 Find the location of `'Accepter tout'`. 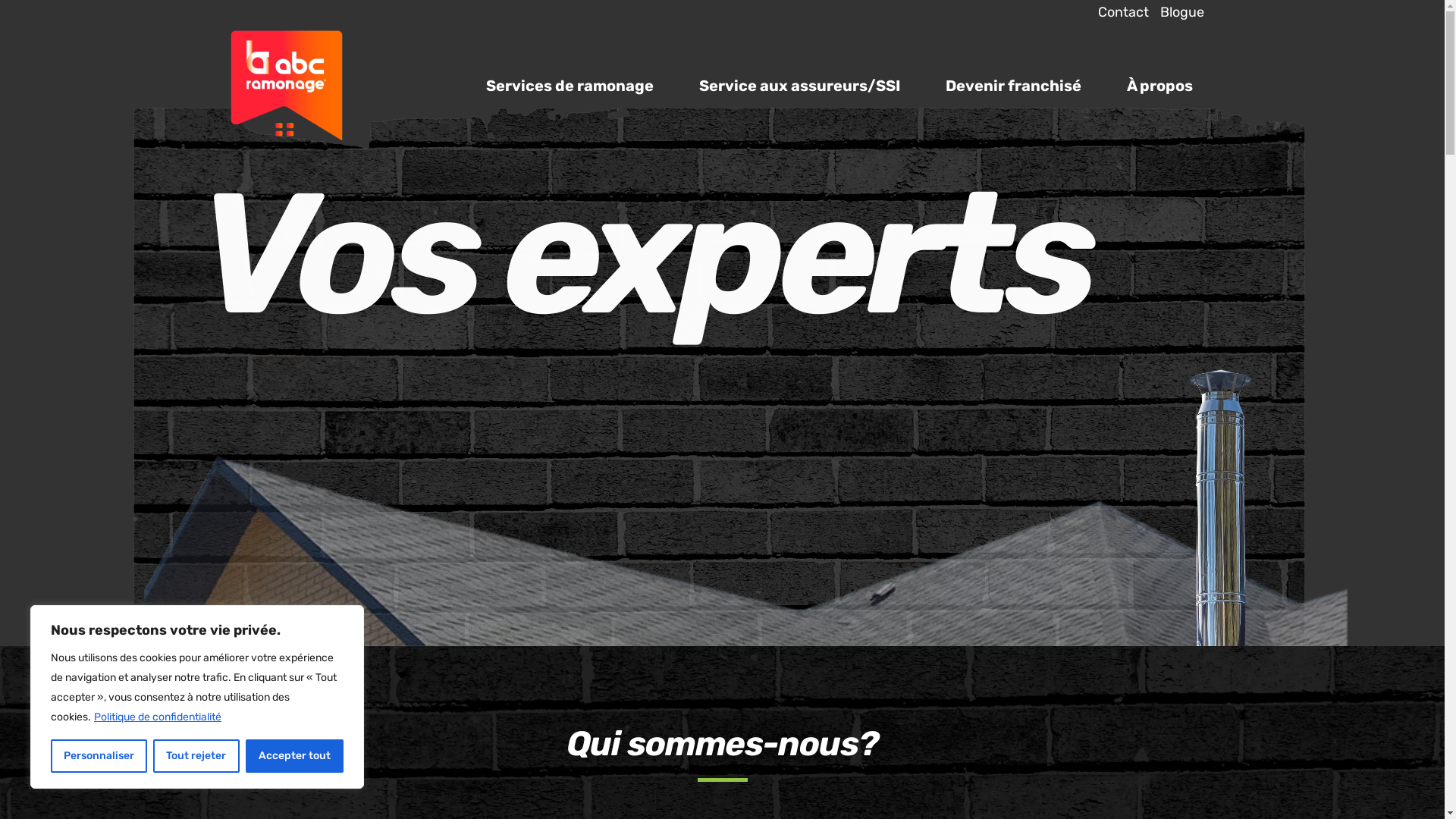

'Accepter tout' is located at coordinates (294, 755).